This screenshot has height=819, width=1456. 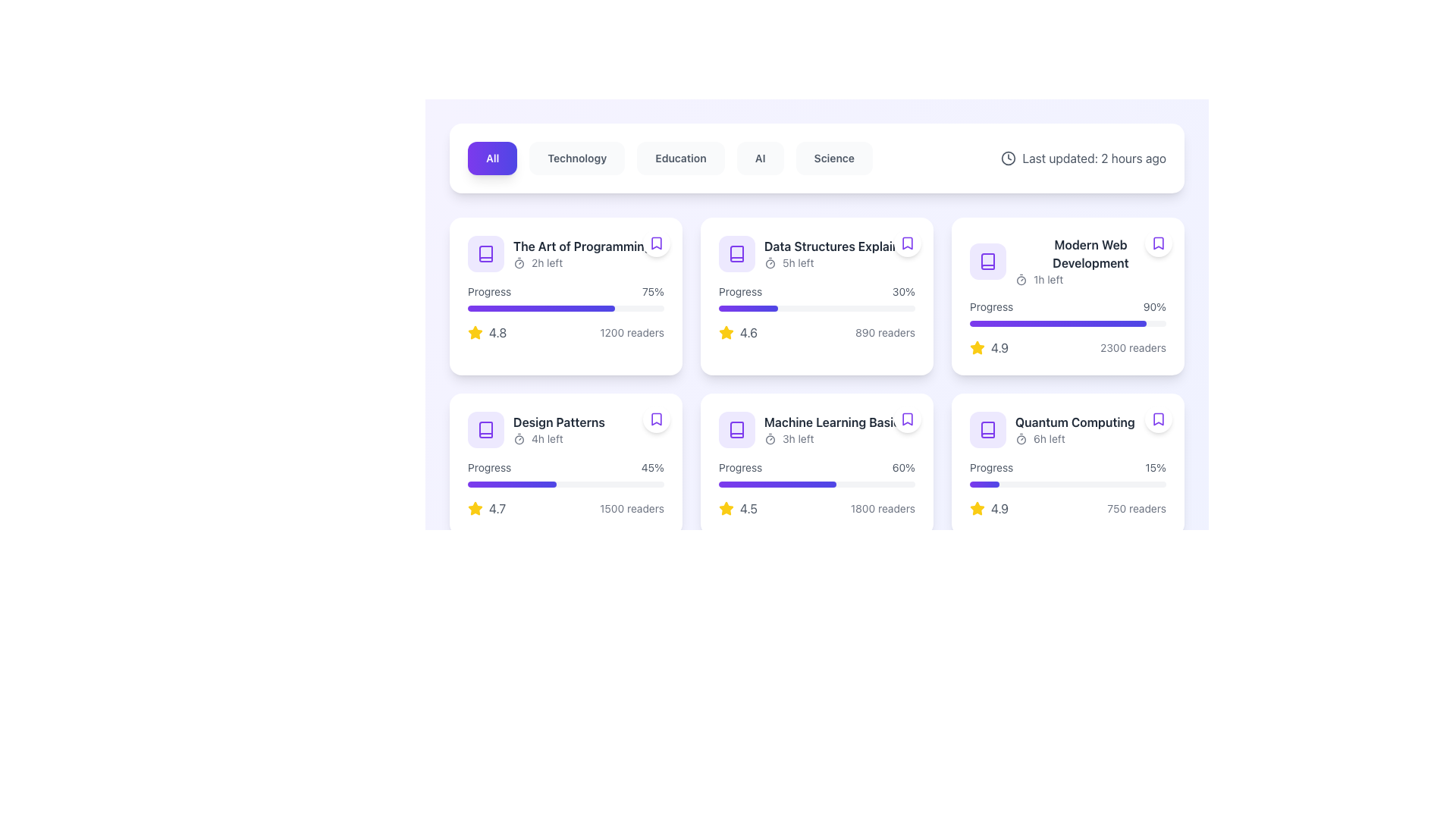 What do you see at coordinates (883, 509) in the screenshot?
I see `text label displaying '1800 readers' located in the bottom right corner of the card labeled 'Machine Learning Basics.'` at bounding box center [883, 509].